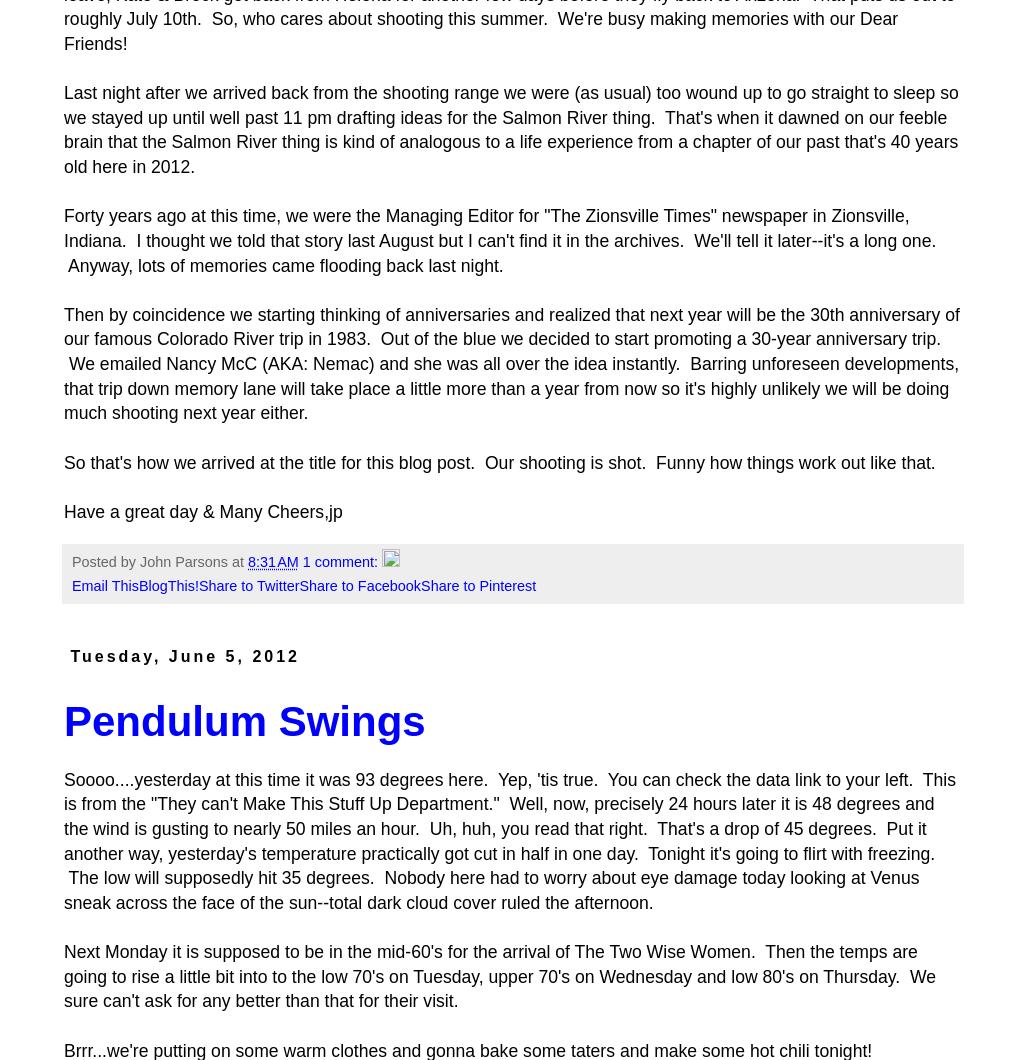  I want to click on 'Share to Facebook', so click(359, 585).